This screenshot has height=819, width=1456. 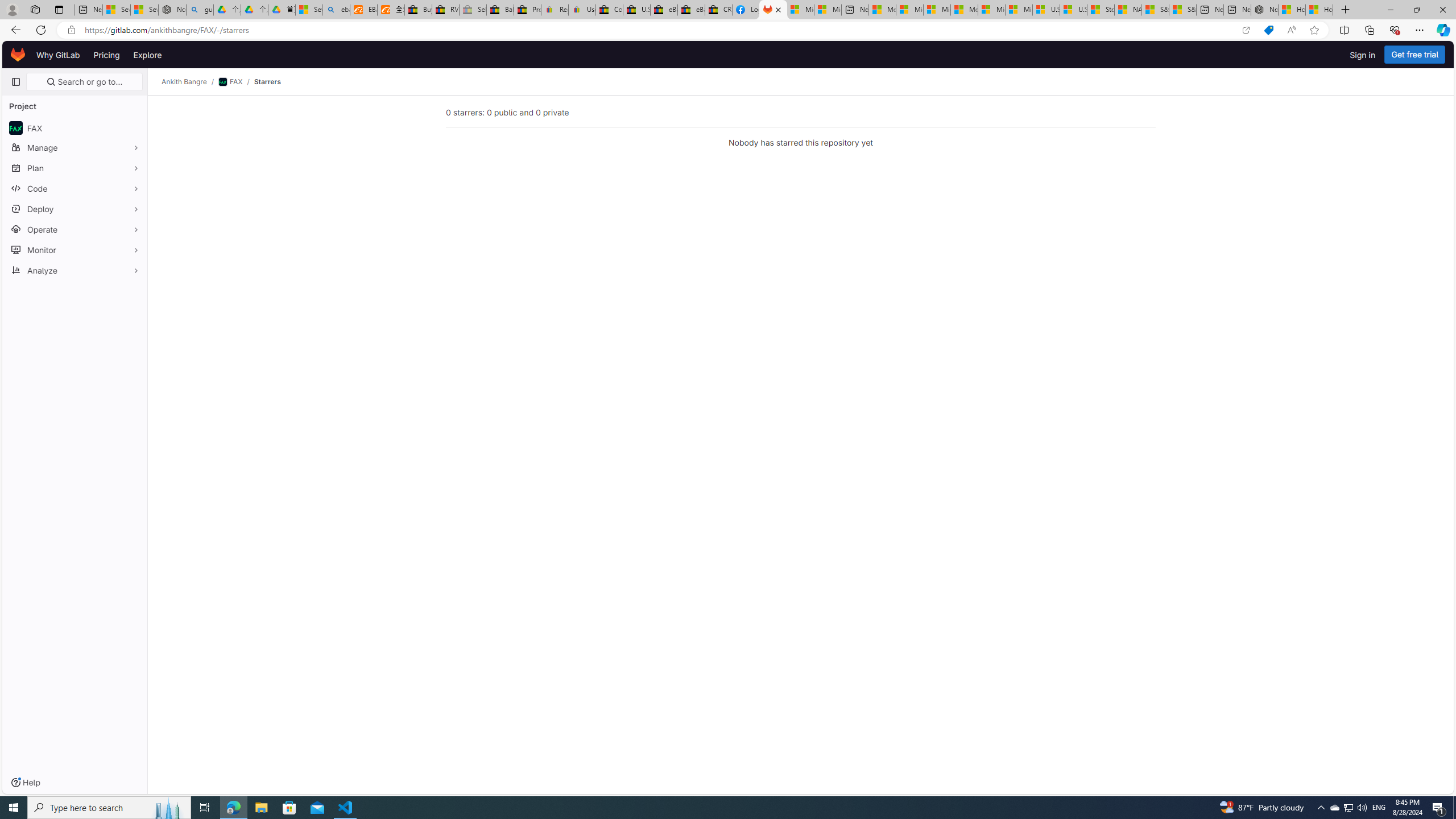 I want to click on 'How to Use a Monitor With Your Closed Laptop', so click(x=1319, y=9).